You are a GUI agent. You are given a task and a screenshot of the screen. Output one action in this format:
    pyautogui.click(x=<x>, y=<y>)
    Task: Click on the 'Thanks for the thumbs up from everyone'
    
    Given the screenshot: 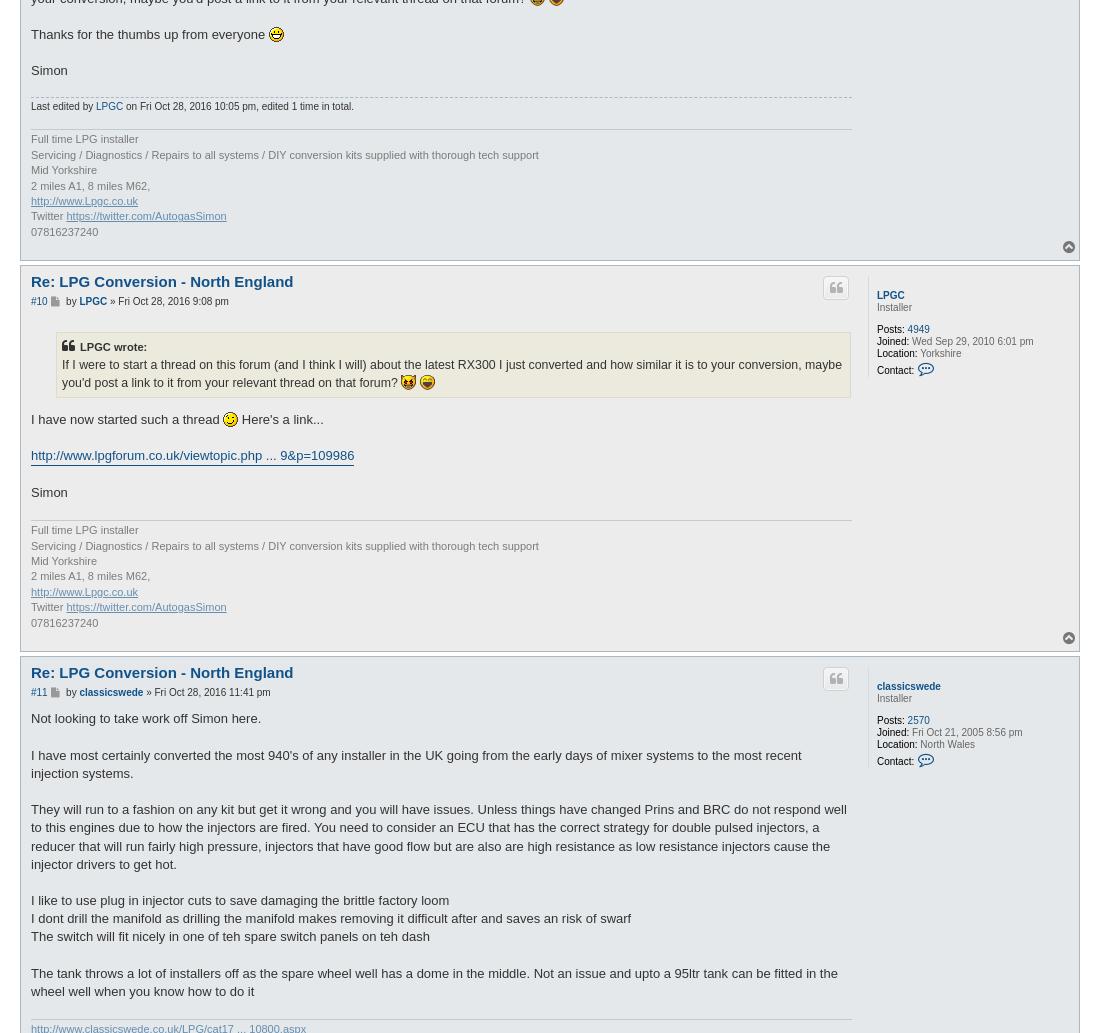 What is the action you would take?
    pyautogui.click(x=148, y=34)
    